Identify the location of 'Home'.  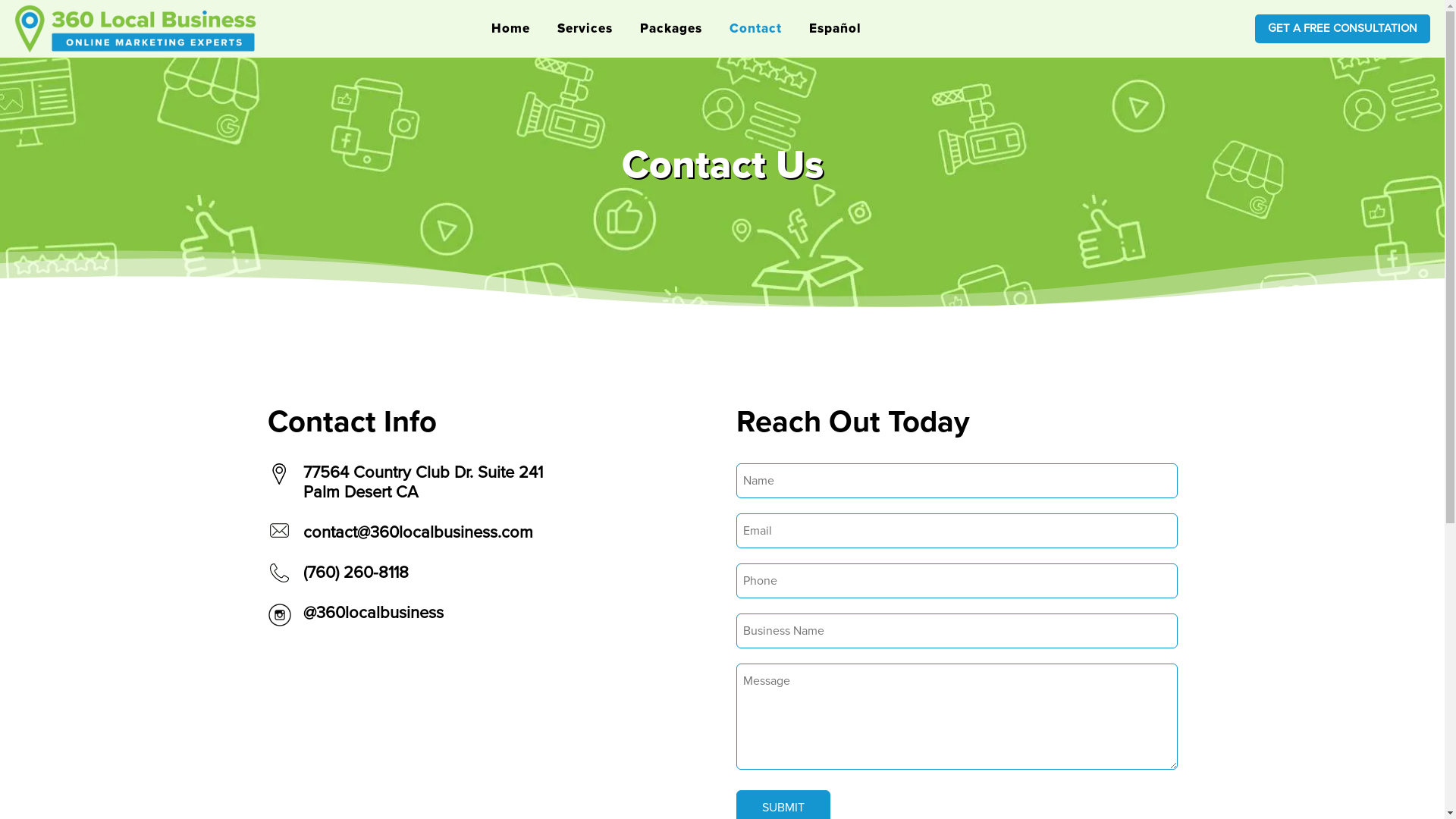
(510, 29).